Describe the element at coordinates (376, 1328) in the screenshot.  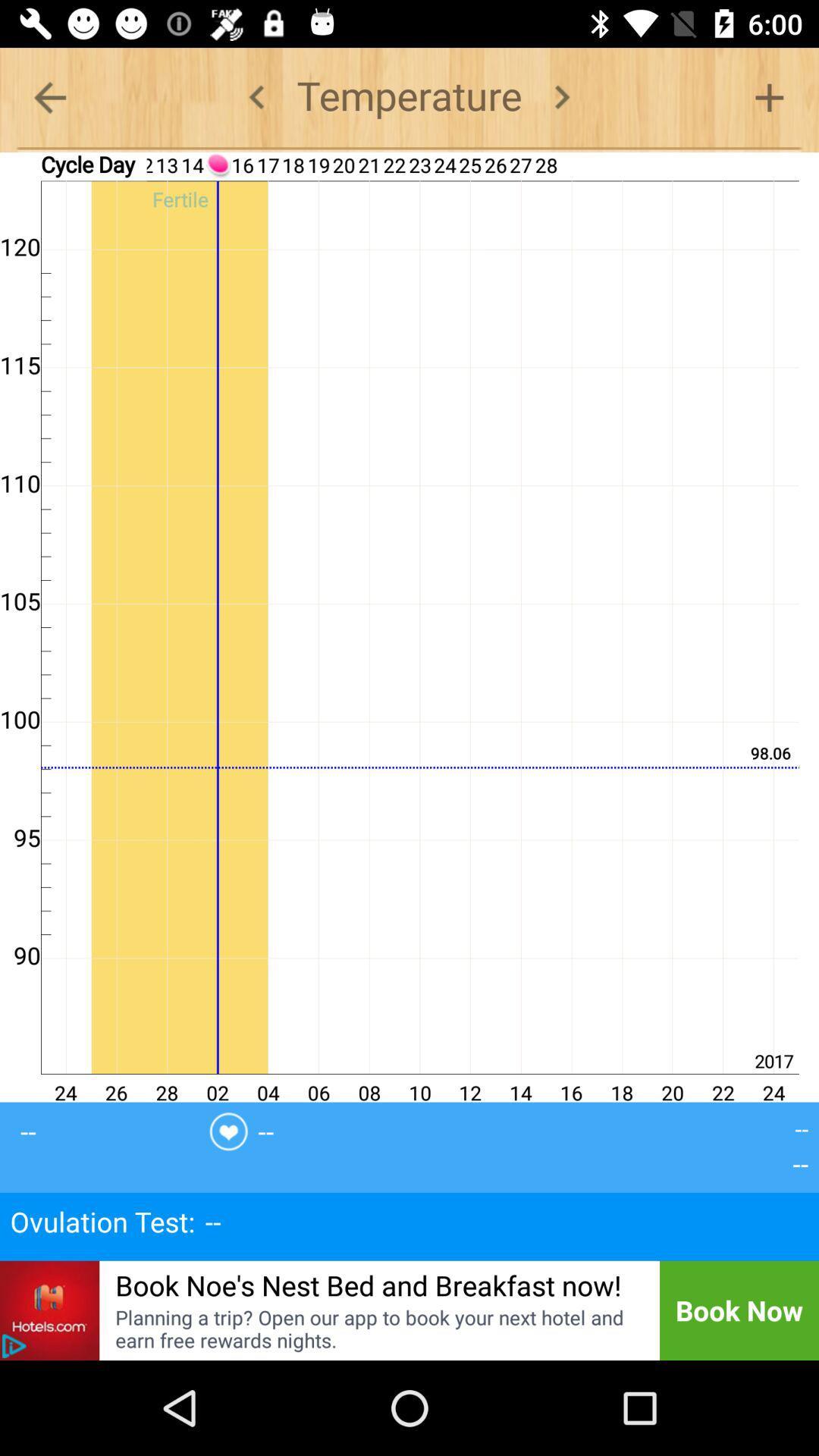
I see `the item next to the book now icon` at that location.